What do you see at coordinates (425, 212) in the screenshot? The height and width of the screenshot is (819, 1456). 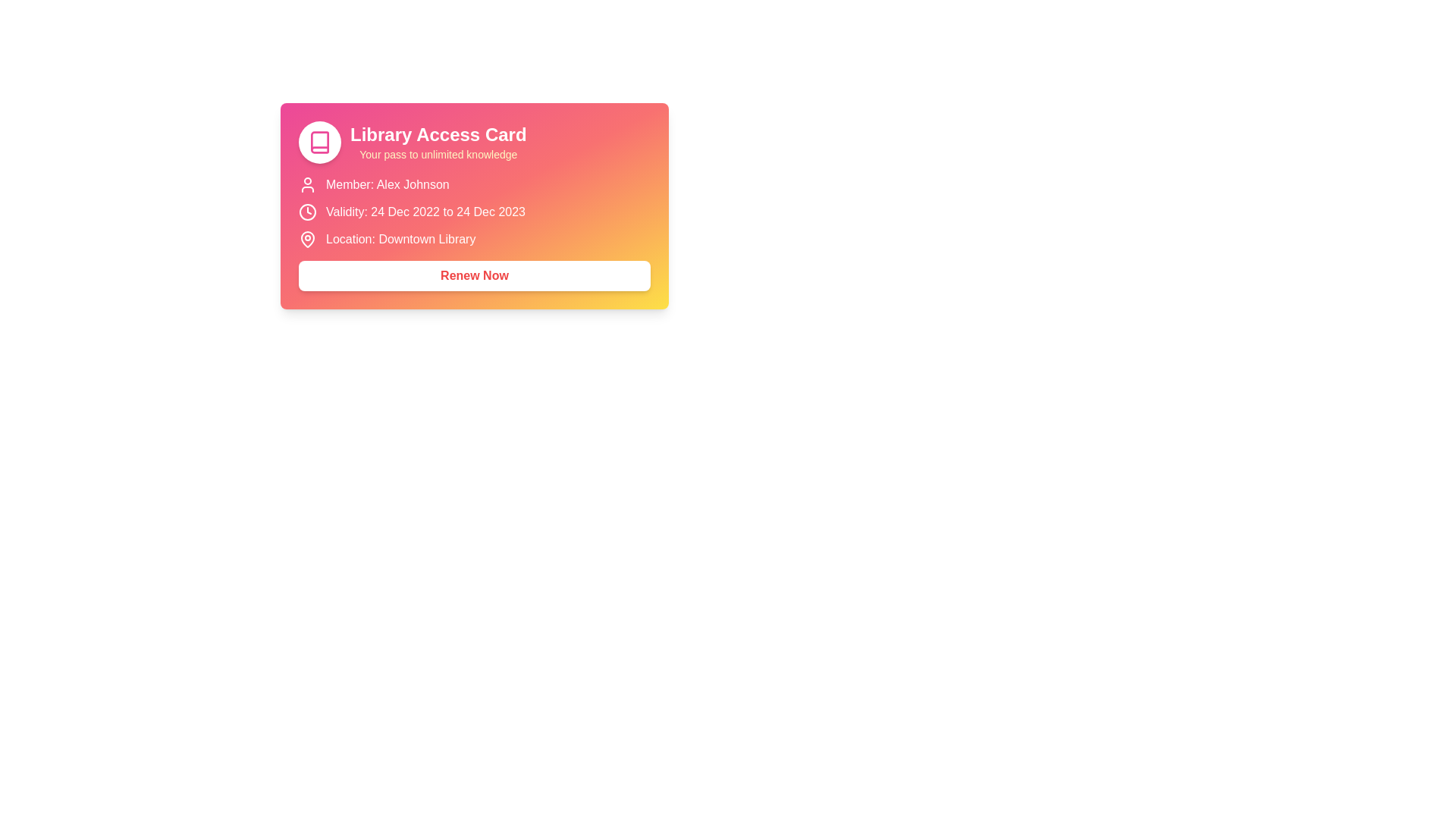 I see `the static text display that informs users about the validity period of their library access, located centrally beneath the title and member name, to the right of a clock icon` at bounding box center [425, 212].